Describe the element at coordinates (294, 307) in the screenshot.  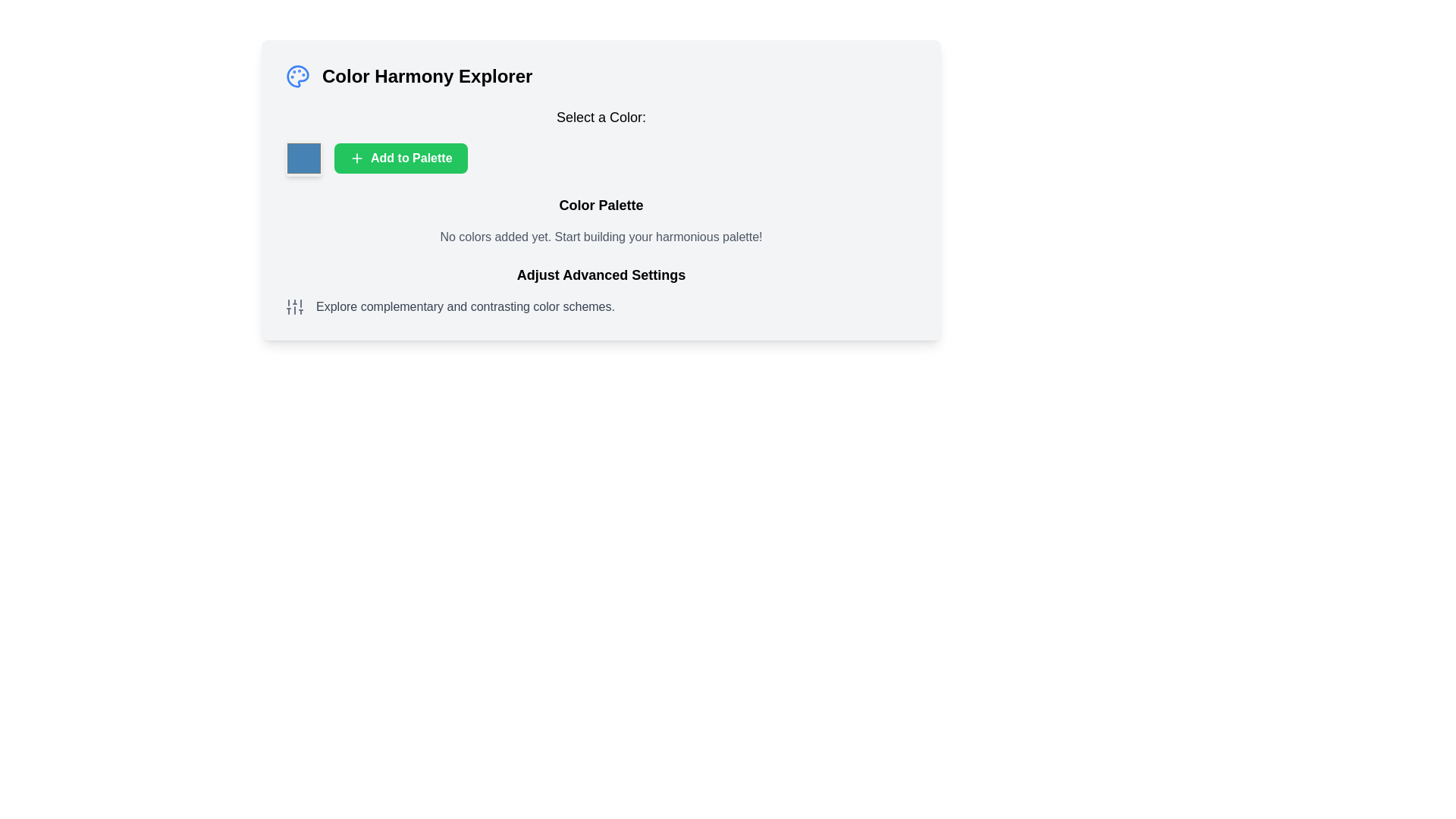
I see `the vertical sliders icon located in the lower-left corner of the visible area` at that location.